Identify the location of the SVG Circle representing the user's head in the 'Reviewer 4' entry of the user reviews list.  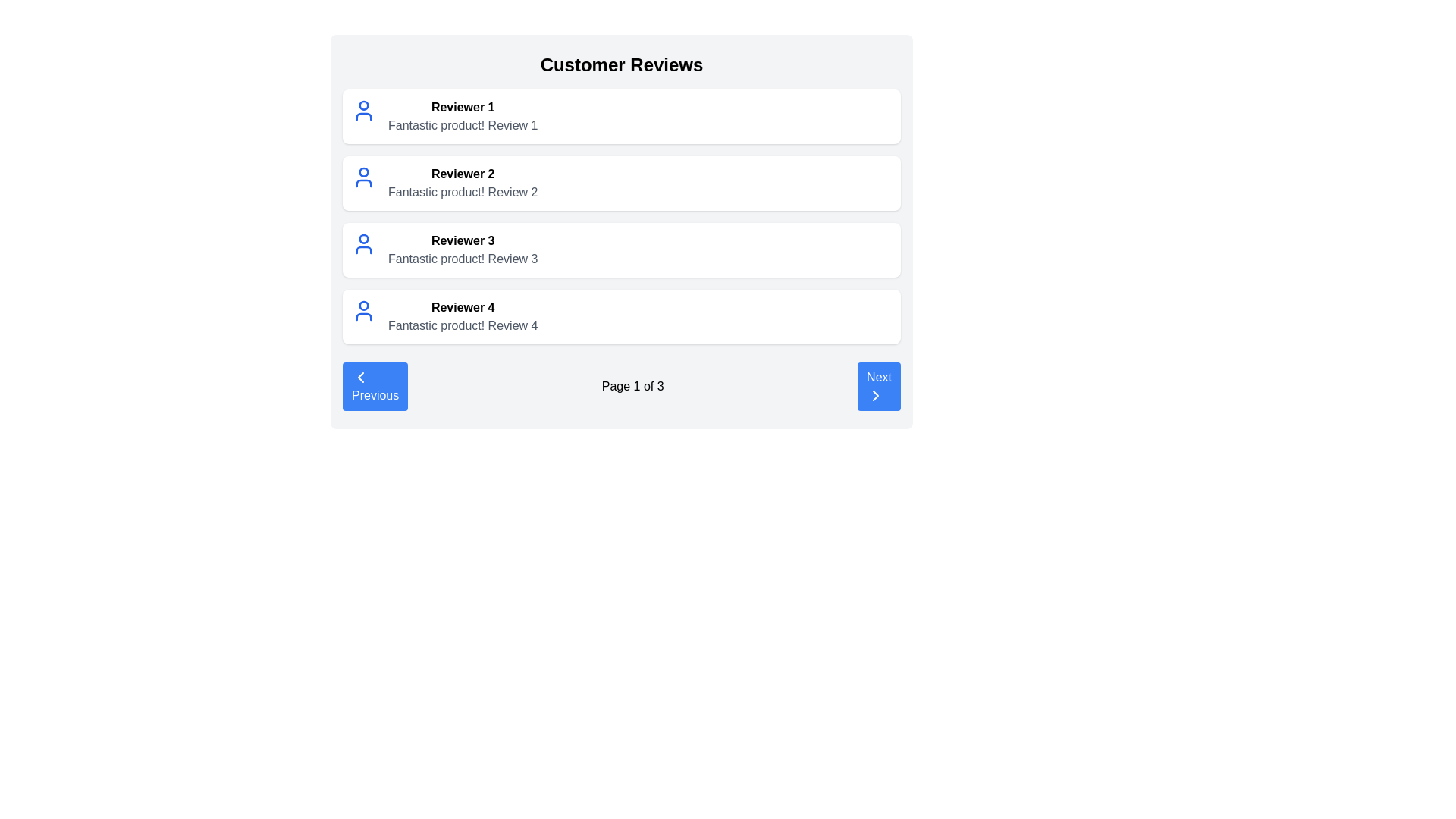
(364, 305).